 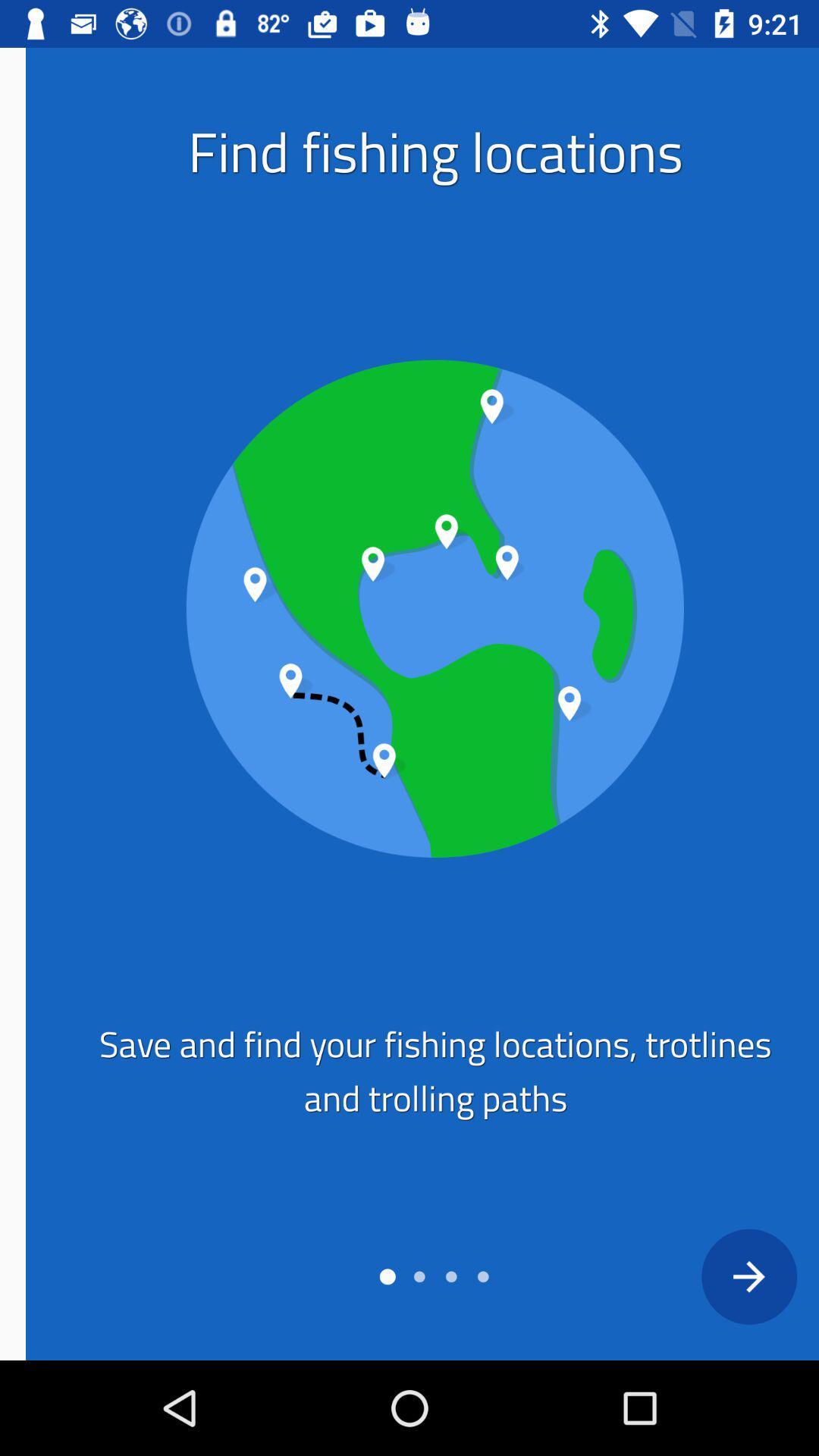 I want to click on the arrow_forward icon, so click(x=722, y=1276).